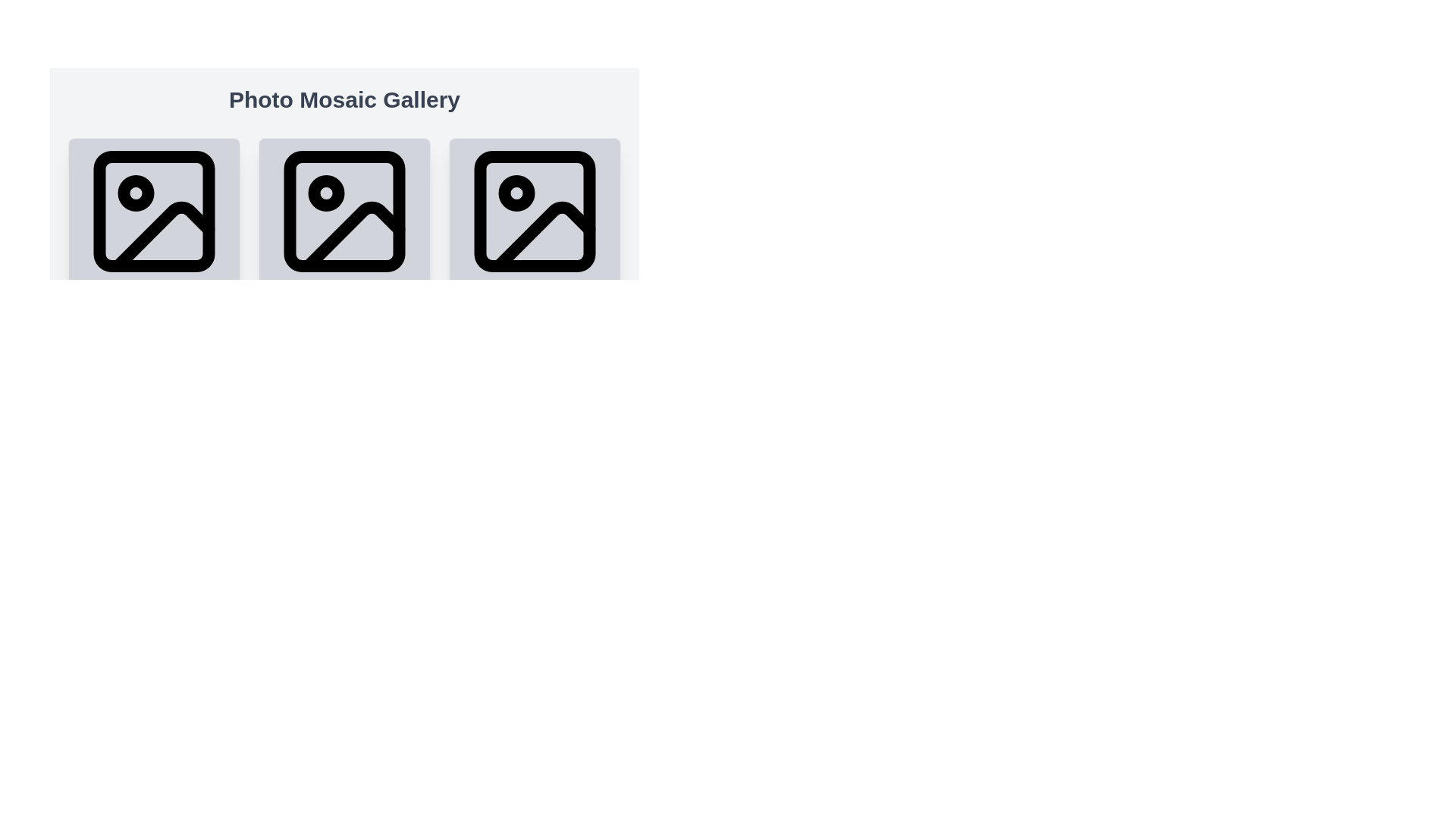 Image resolution: width=1456 pixels, height=819 pixels. I want to click on the image placeholder located at the center of the photo gallery interface, positioned between the leftmost and rightmost components, so click(344, 165).